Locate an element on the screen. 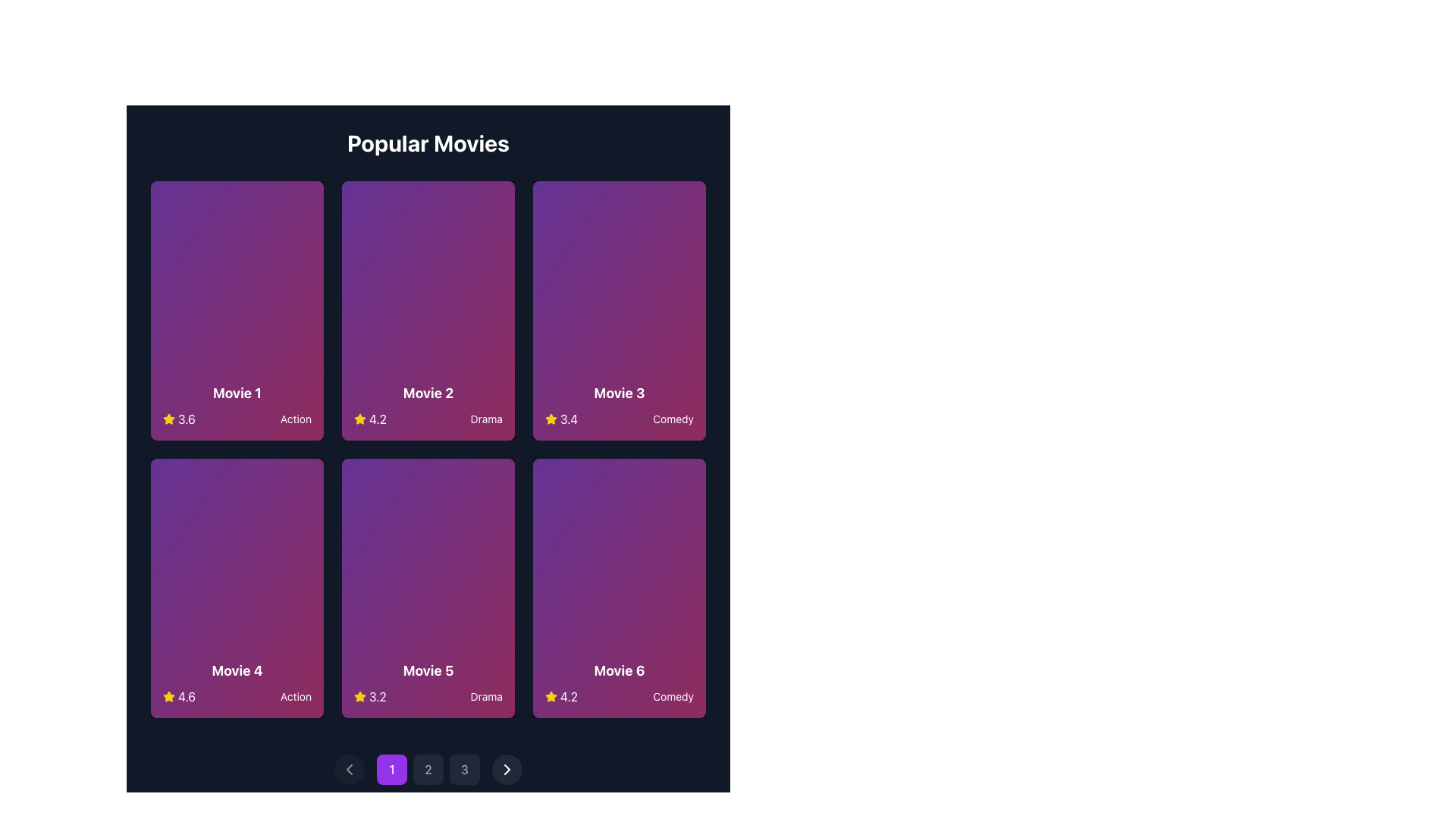 This screenshot has width=1456, height=819. text label indicating the genre of the associated movie located in the second row, second column of the grid layout, adjacent to a yellow star symbol and the rating '4.2' is located at coordinates (486, 419).